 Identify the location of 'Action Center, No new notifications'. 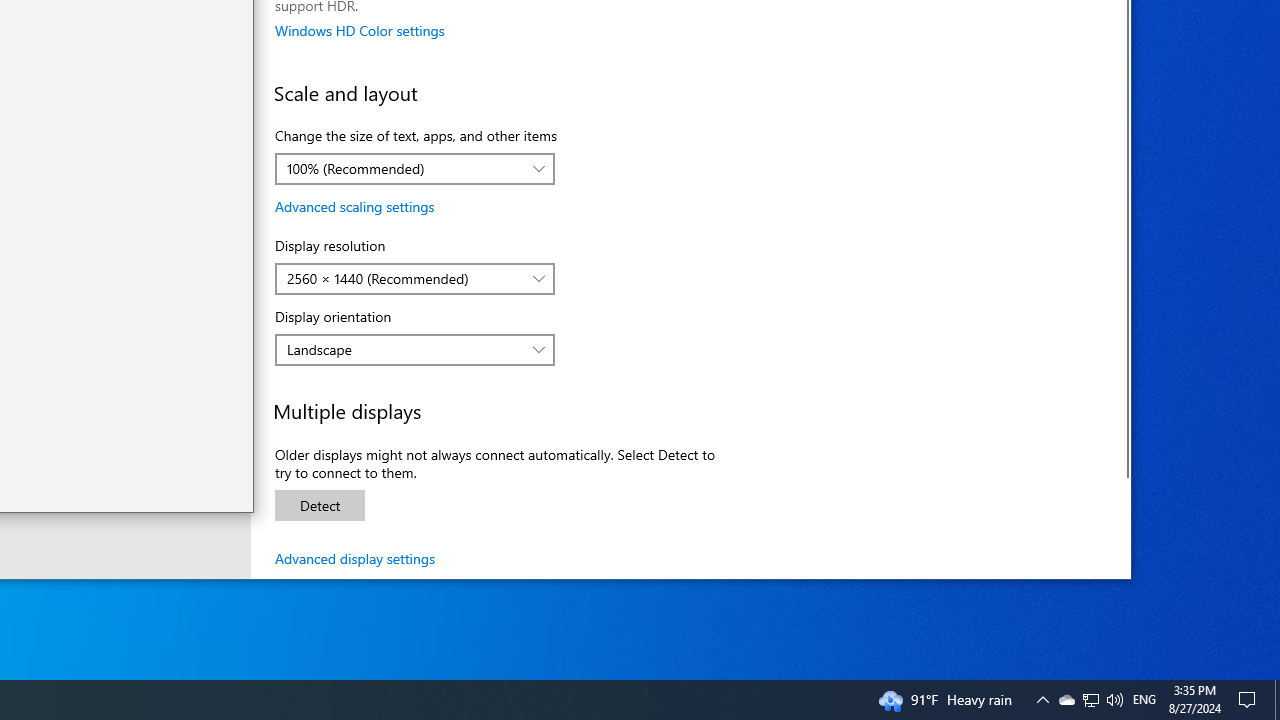
(1250, 698).